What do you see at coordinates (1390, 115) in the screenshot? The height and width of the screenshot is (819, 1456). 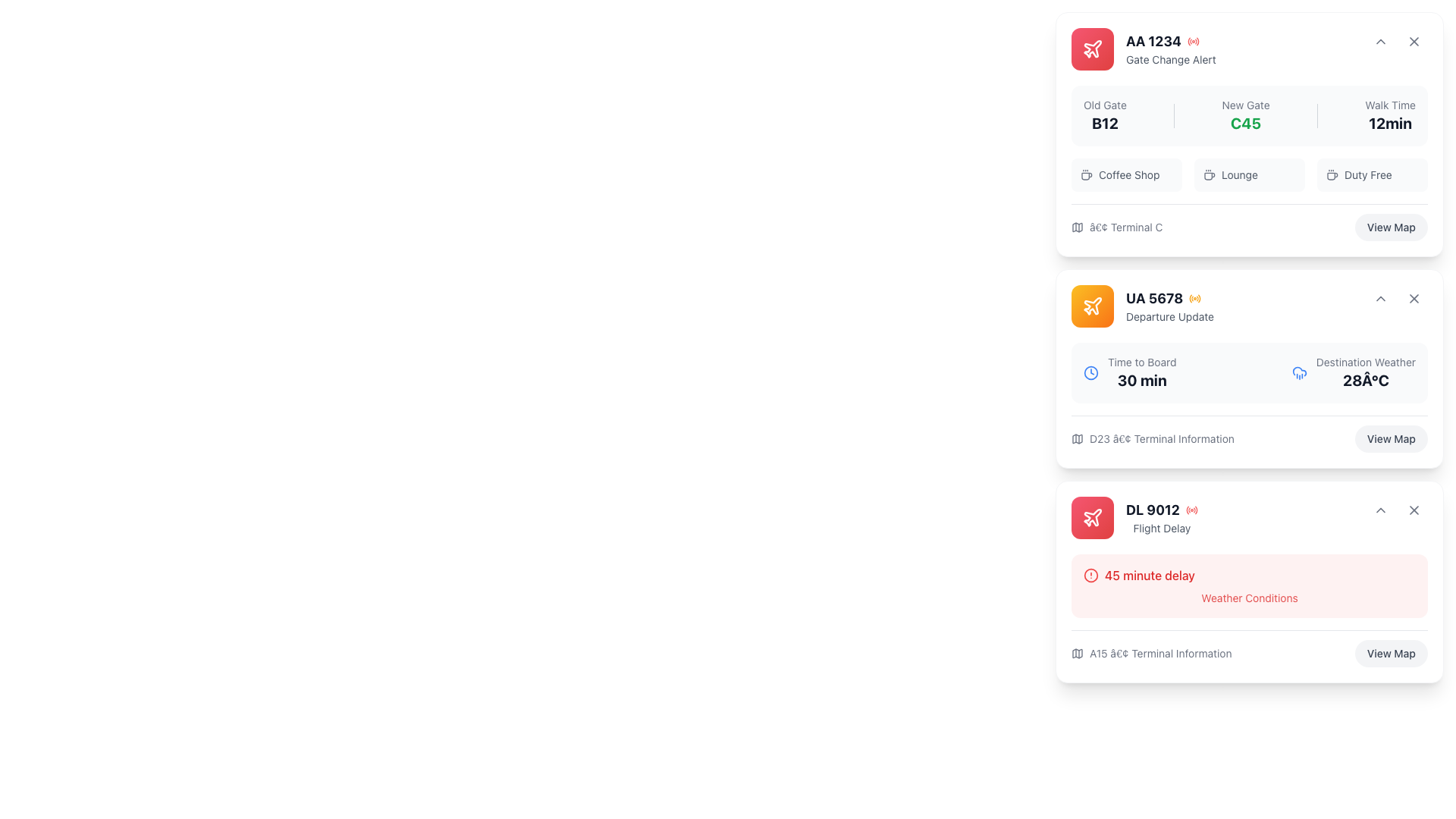 I see `the static text label displaying the estimated walking time '12 minutes' located in the top right of the card, following 'Old Gate B12' and 'New Gate C45'` at bounding box center [1390, 115].